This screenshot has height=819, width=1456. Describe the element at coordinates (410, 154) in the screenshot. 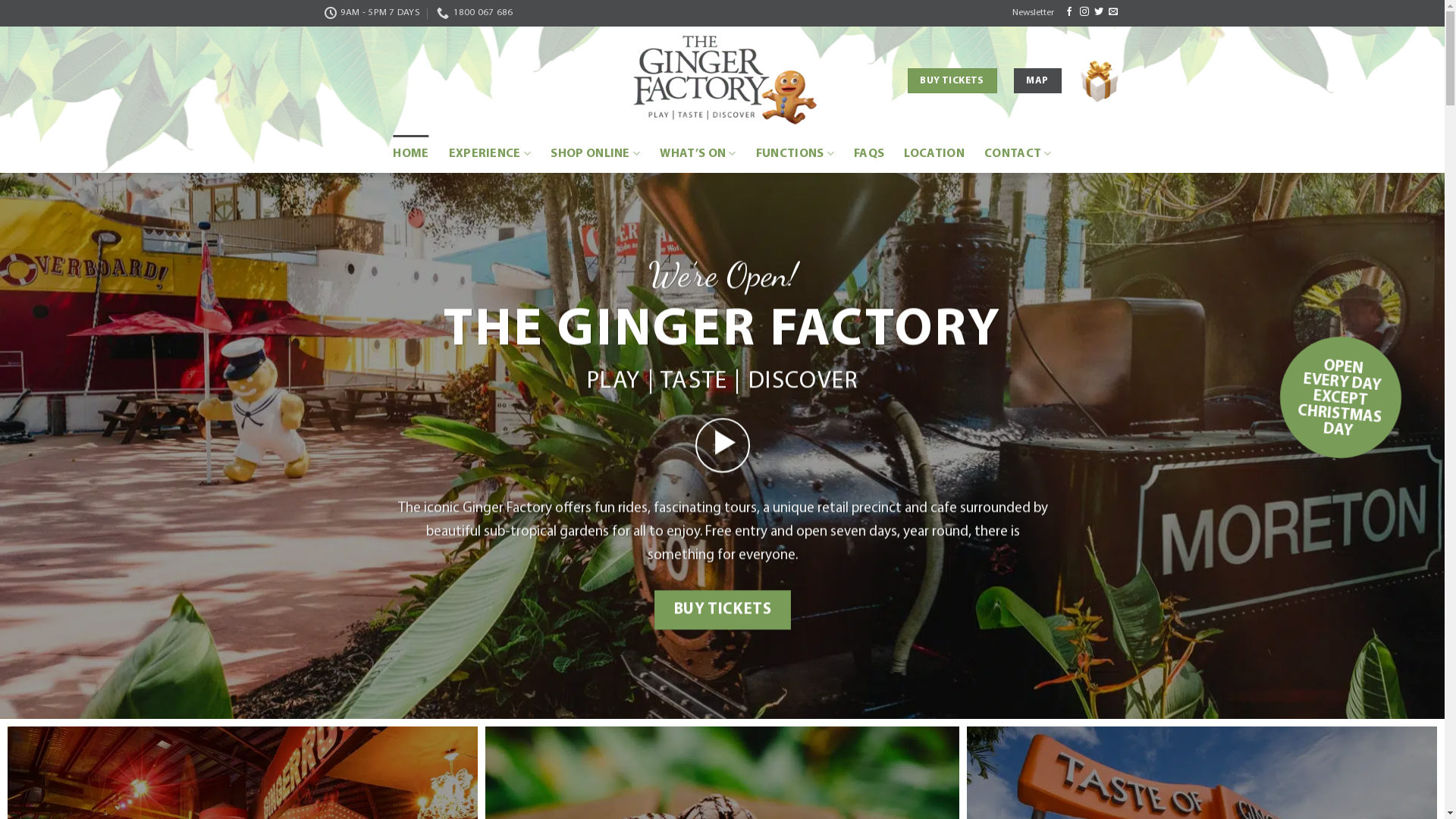

I see `'HOME'` at that location.